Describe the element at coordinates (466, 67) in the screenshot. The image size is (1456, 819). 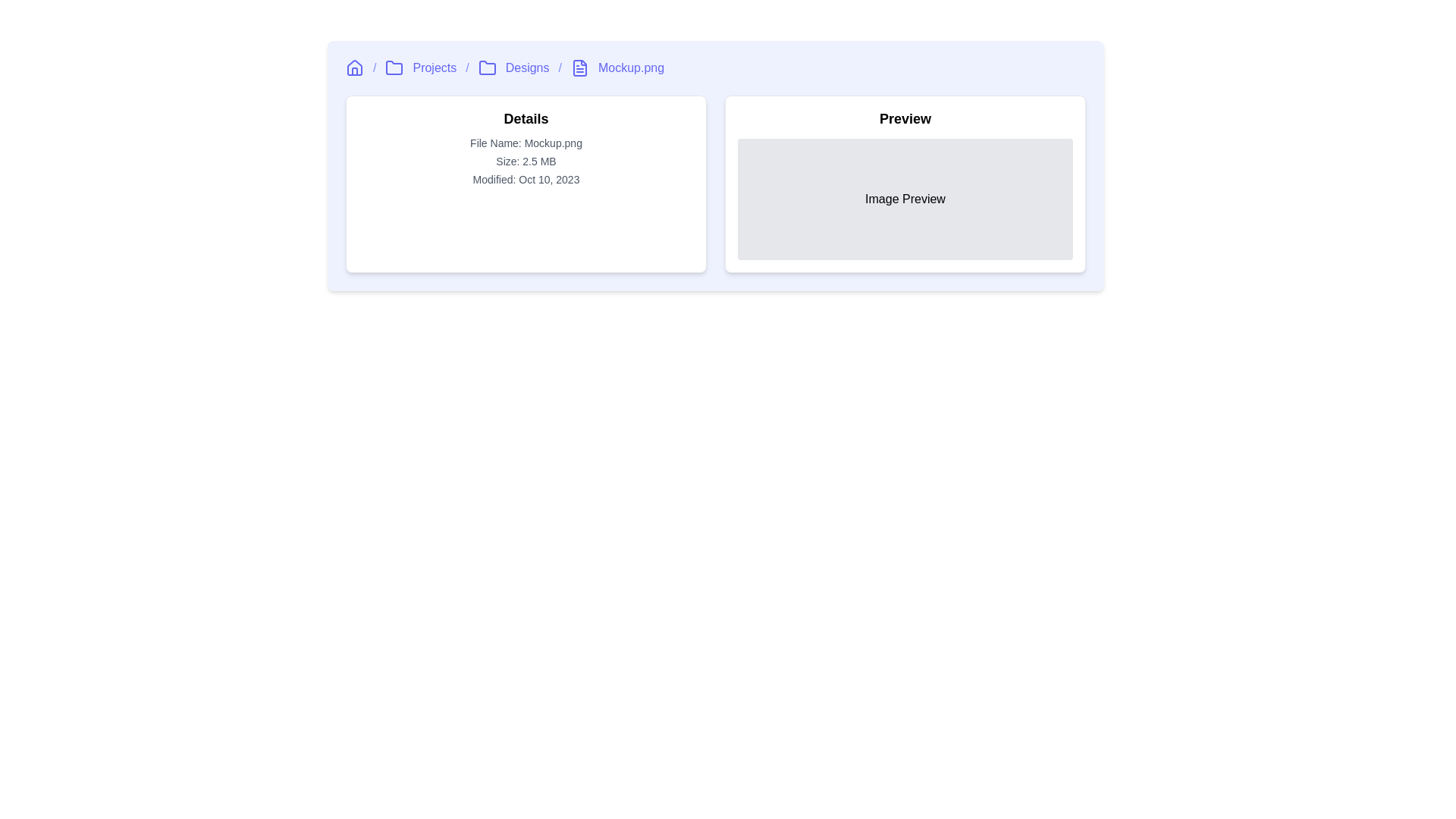
I see `the forward slash '/' separator in indigo color located between 'Projects' and 'Designs' in the top navigation bar` at that location.